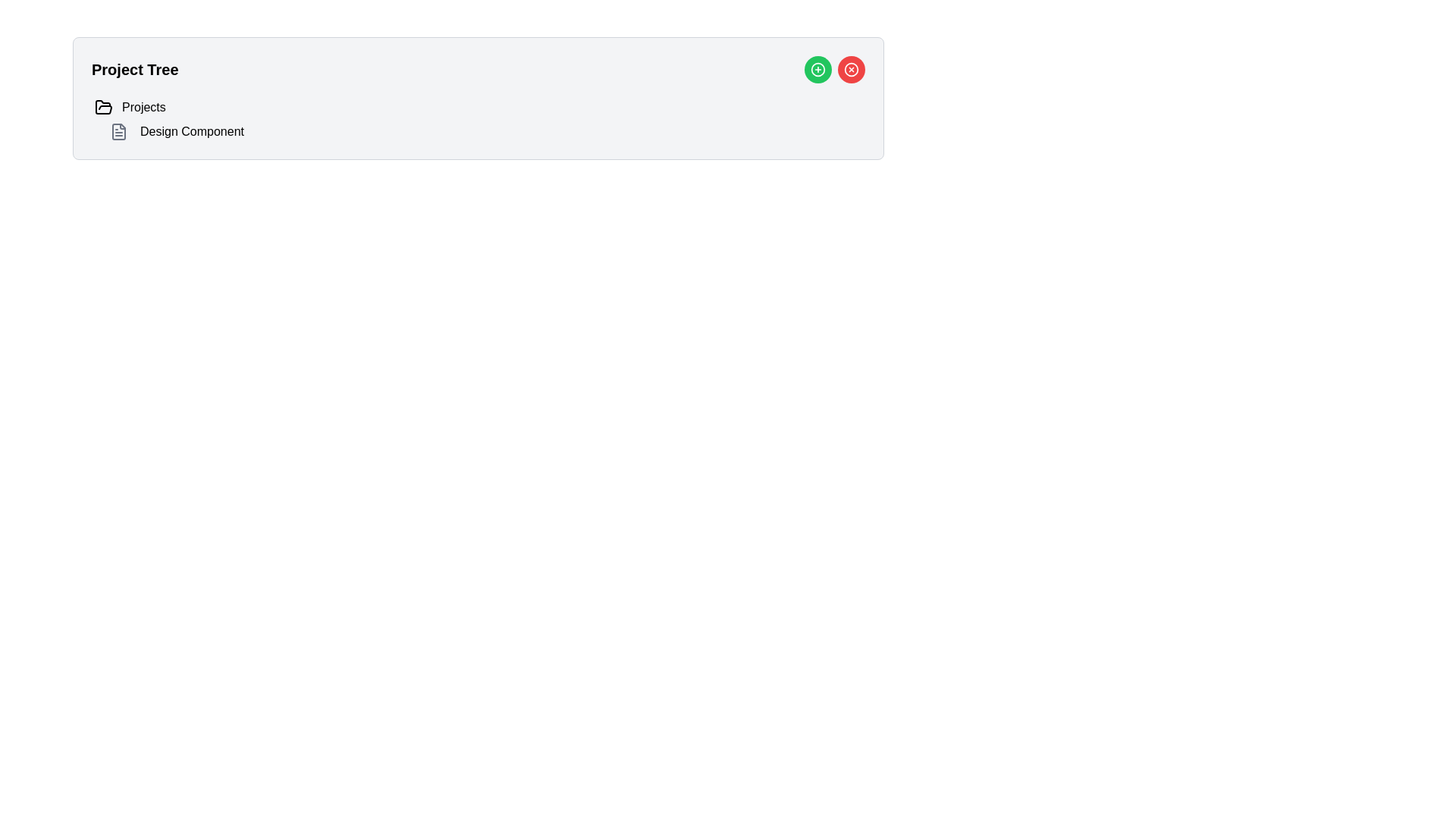 This screenshot has width=1456, height=819. What do you see at coordinates (833, 70) in the screenshot?
I see `the Group containing buttons for the Project Tree` at bounding box center [833, 70].